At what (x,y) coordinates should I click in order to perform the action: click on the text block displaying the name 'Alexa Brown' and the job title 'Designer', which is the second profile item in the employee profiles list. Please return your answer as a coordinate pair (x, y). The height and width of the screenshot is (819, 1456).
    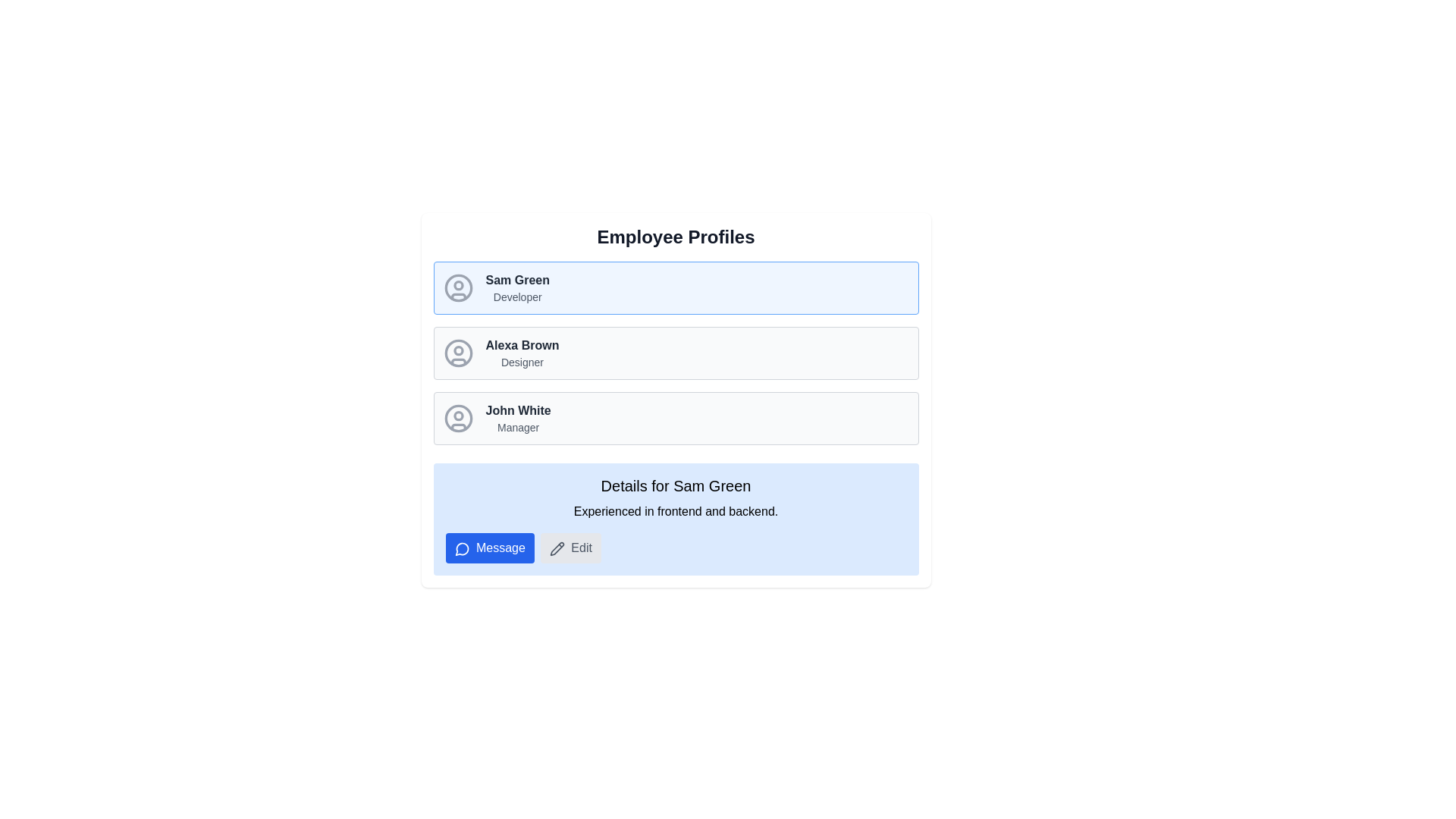
    Looking at the image, I should click on (522, 353).